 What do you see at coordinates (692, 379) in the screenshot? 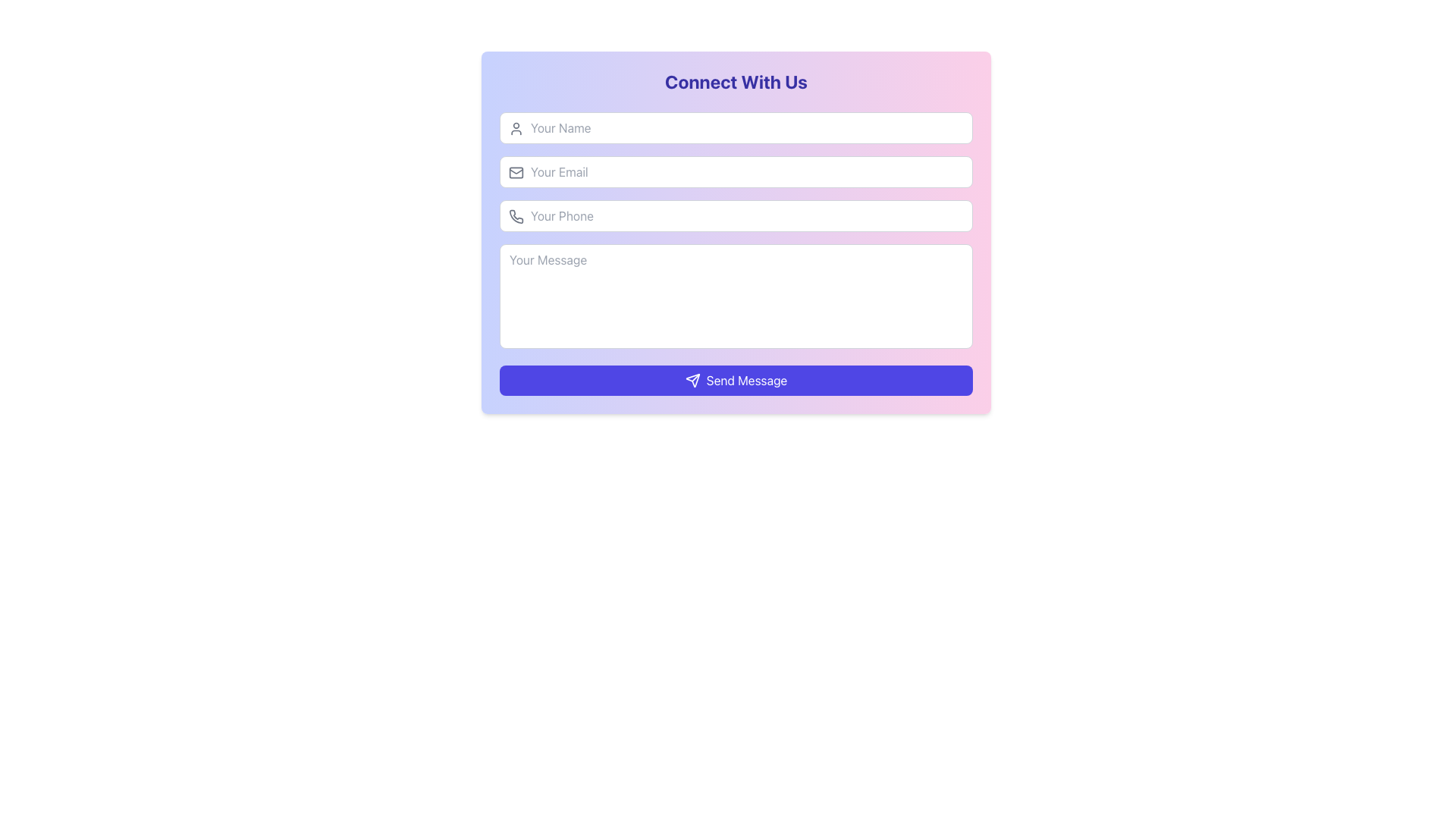
I see `the decorative icon representing the action of sending, located next to the 'Send Message' button at the bottom of the form` at bounding box center [692, 379].